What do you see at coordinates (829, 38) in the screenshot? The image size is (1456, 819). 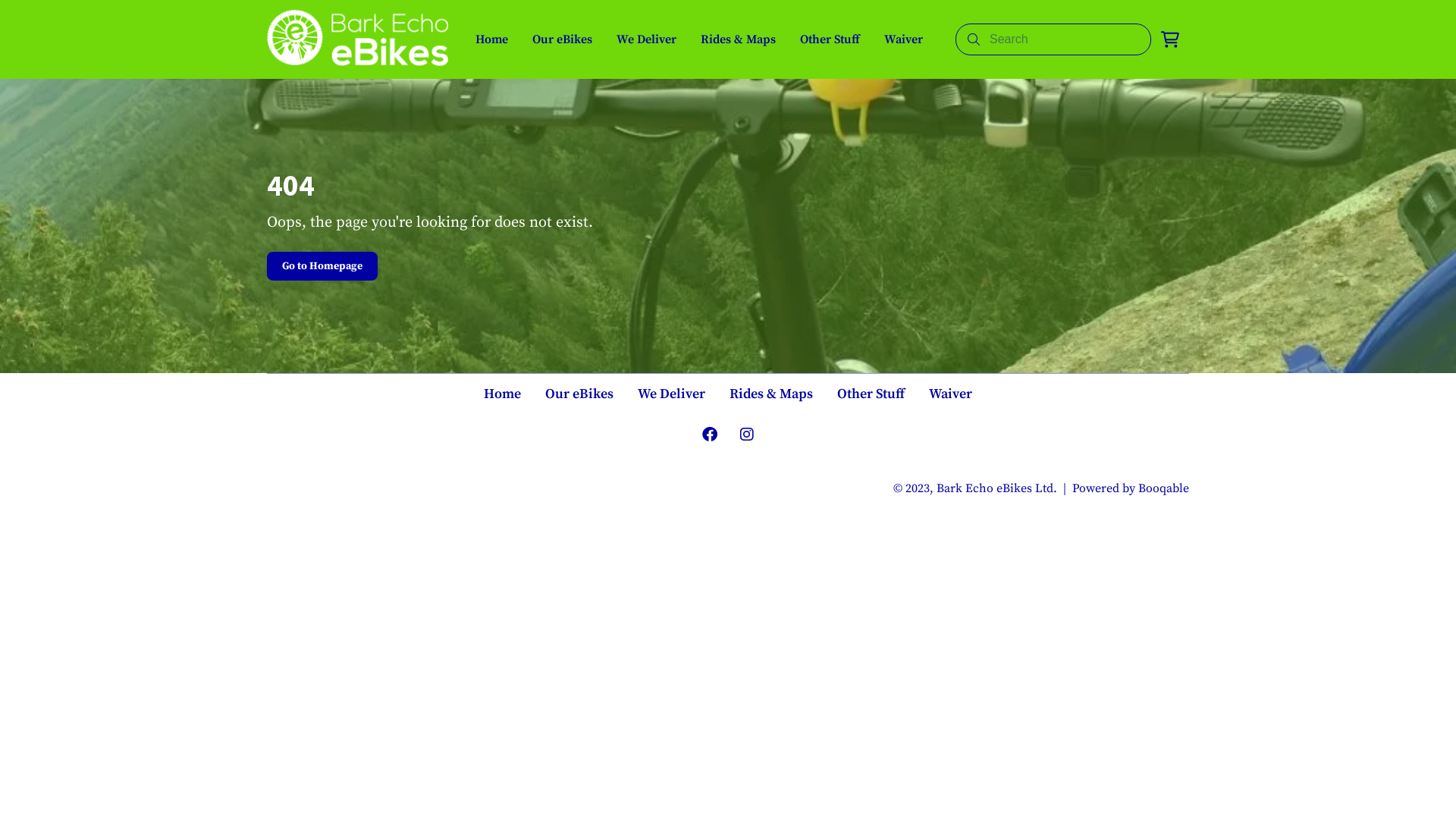 I see `'Other Stuff'` at bounding box center [829, 38].